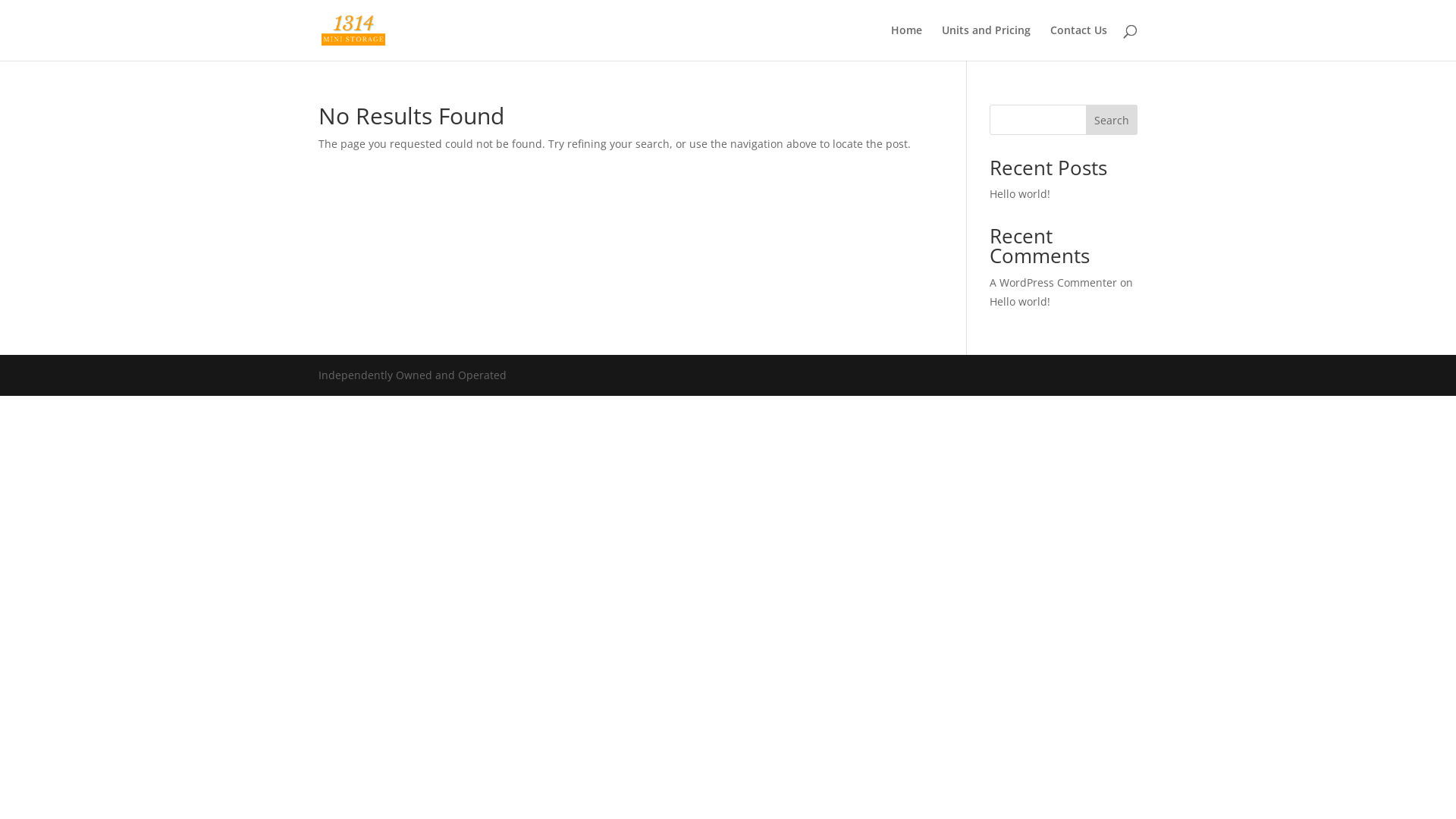 Image resolution: width=1456 pixels, height=819 pixels. Describe the element at coordinates (986, 42) in the screenshot. I see `'Units and Pricing'` at that location.